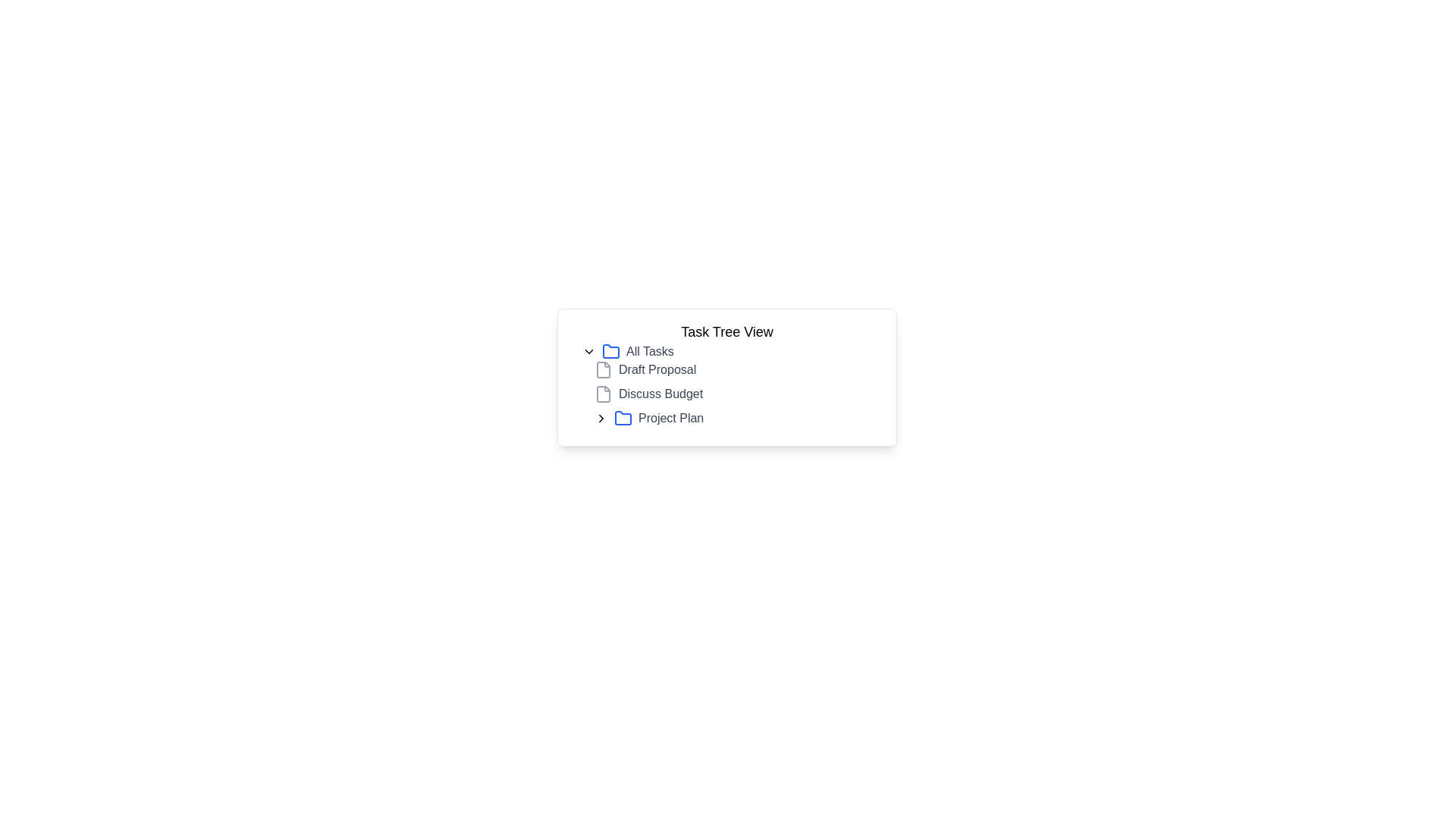  I want to click on the folder icon located to the immediate left of the text 'All Tasks' in the task tree view, so click(611, 351).